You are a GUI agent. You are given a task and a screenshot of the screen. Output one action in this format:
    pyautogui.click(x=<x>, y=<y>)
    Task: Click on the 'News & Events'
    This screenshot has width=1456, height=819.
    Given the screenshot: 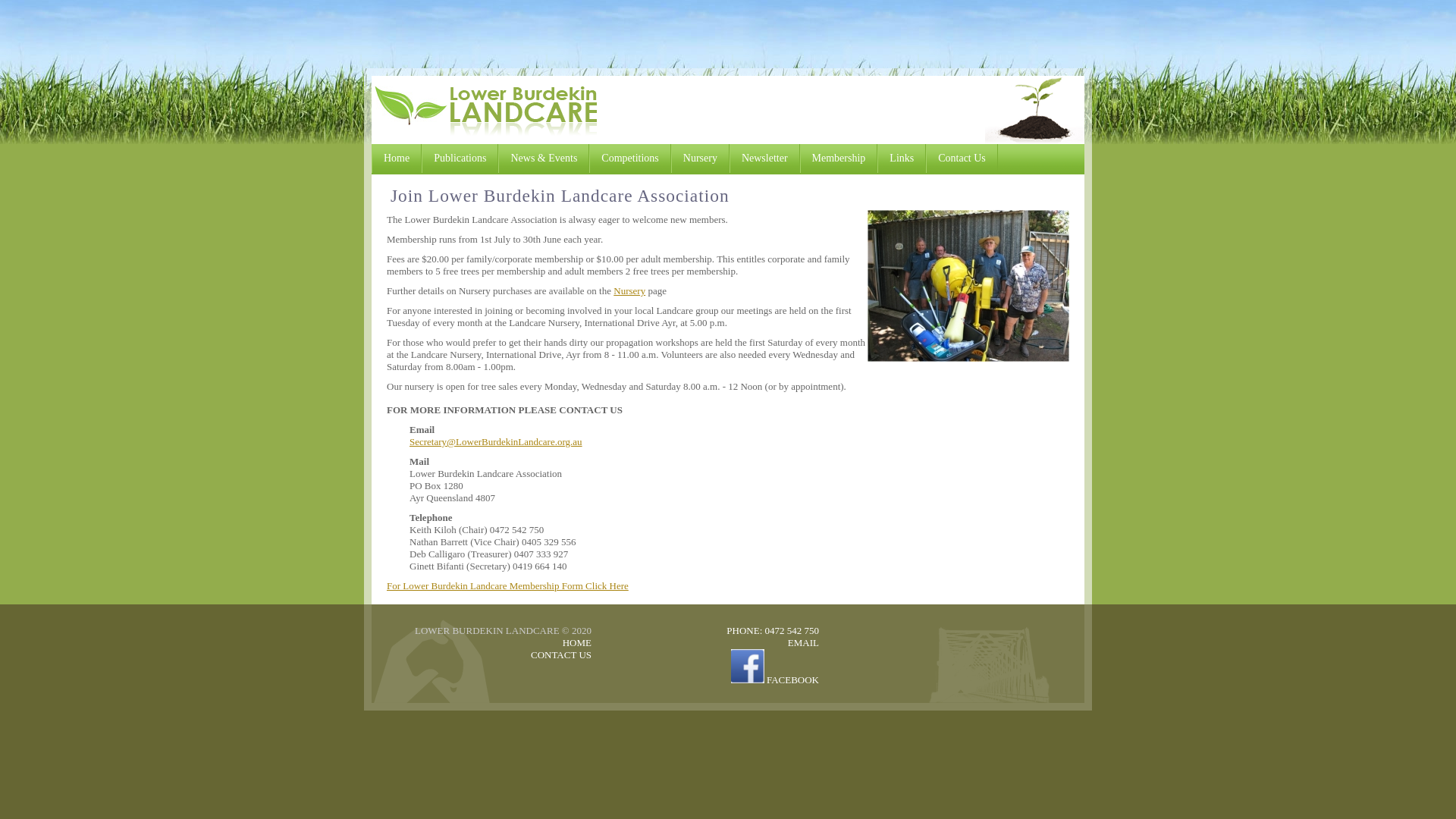 What is the action you would take?
    pyautogui.click(x=543, y=158)
    